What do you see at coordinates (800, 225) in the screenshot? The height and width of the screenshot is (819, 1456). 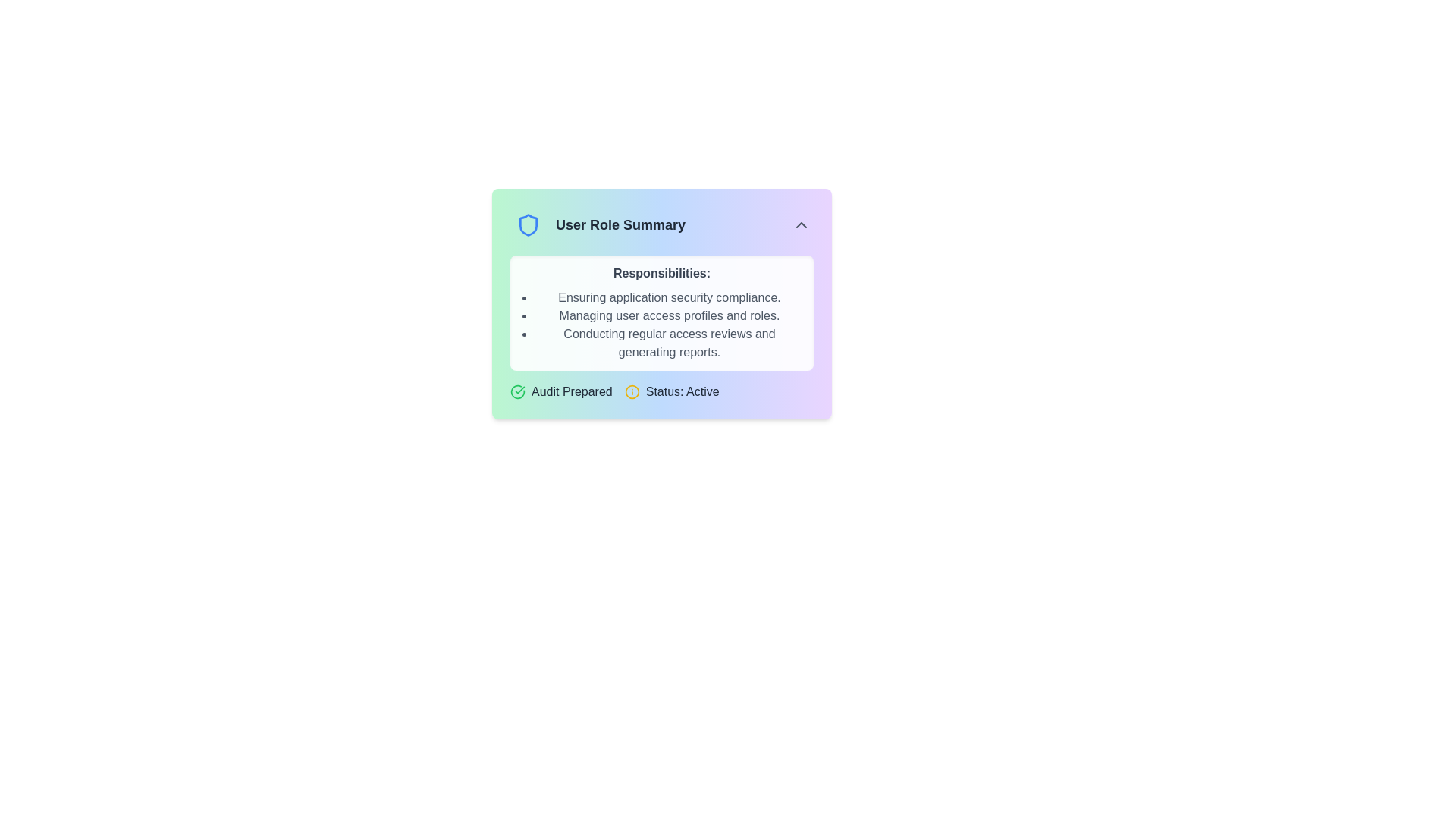 I see `the chevron icon located in the top-right section of the 'User Role Summary' card to interact with the dropdown or expandable section` at bounding box center [800, 225].